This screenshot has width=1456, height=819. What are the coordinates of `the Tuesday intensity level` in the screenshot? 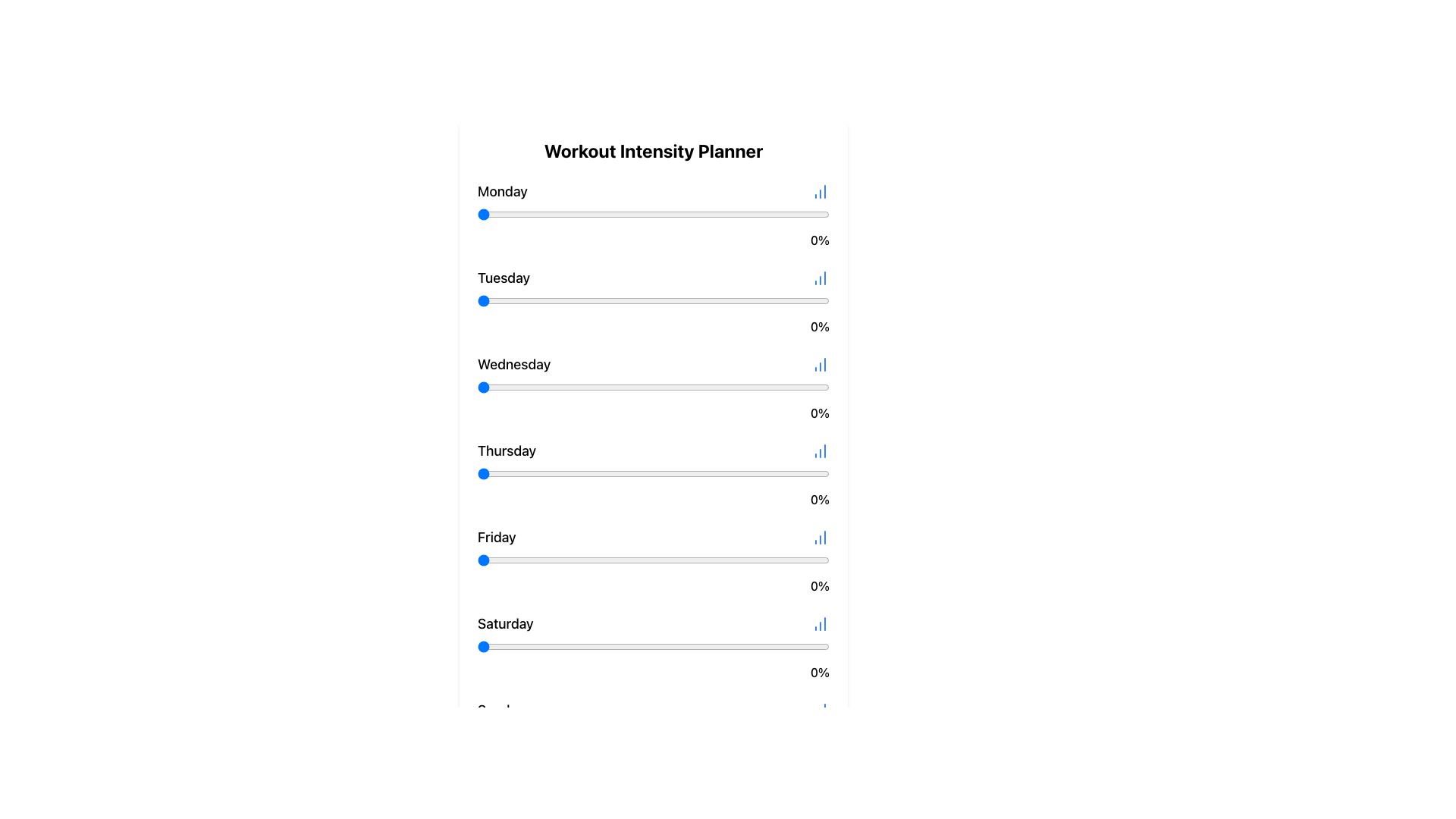 It's located at (568, 301).